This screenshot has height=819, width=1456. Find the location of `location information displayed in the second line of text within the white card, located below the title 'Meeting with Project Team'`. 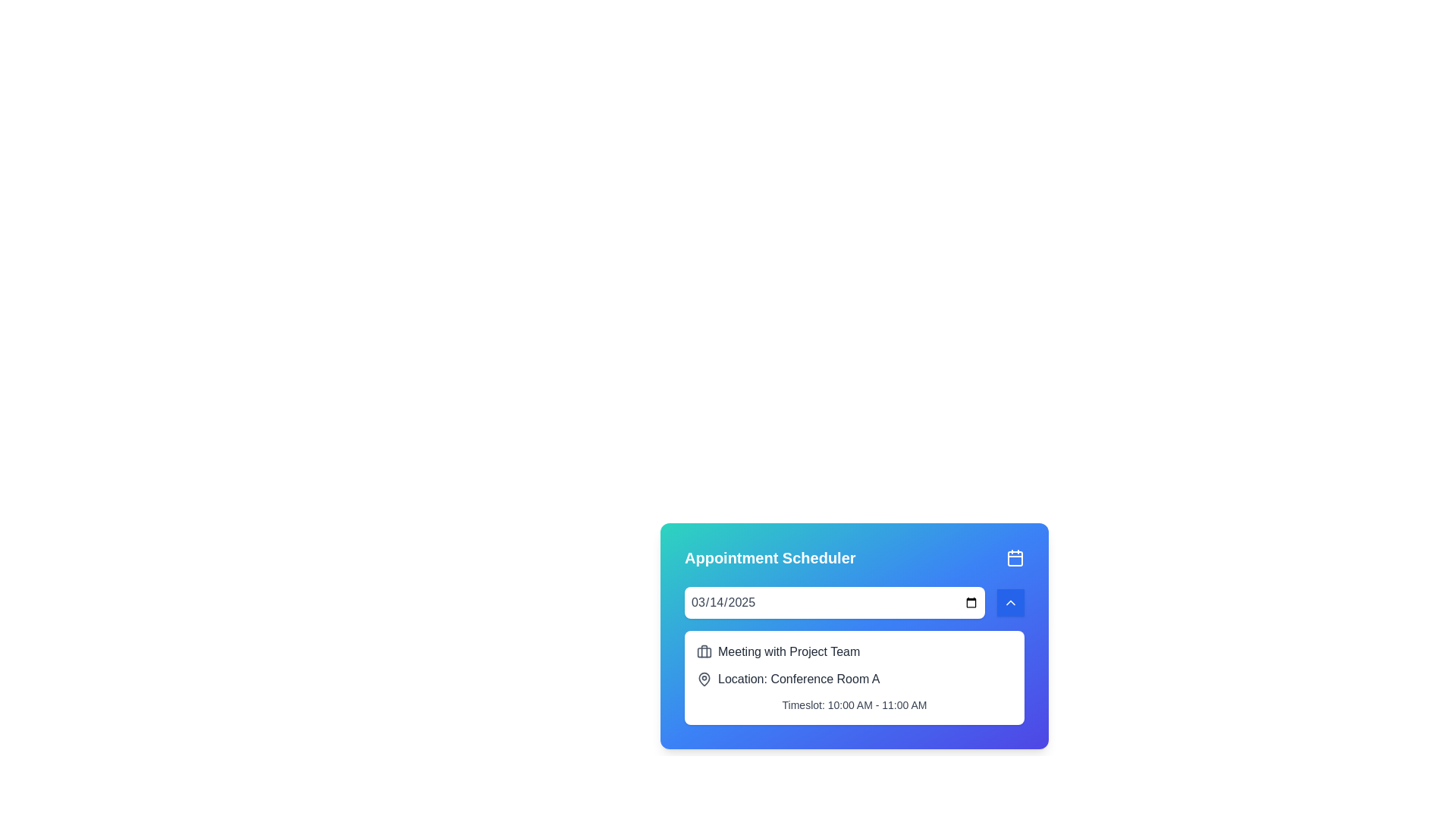

location information displayed in the second line of text within the white card, located below the title 'Meeting with Project Team' is located at coordinates (855, 678).